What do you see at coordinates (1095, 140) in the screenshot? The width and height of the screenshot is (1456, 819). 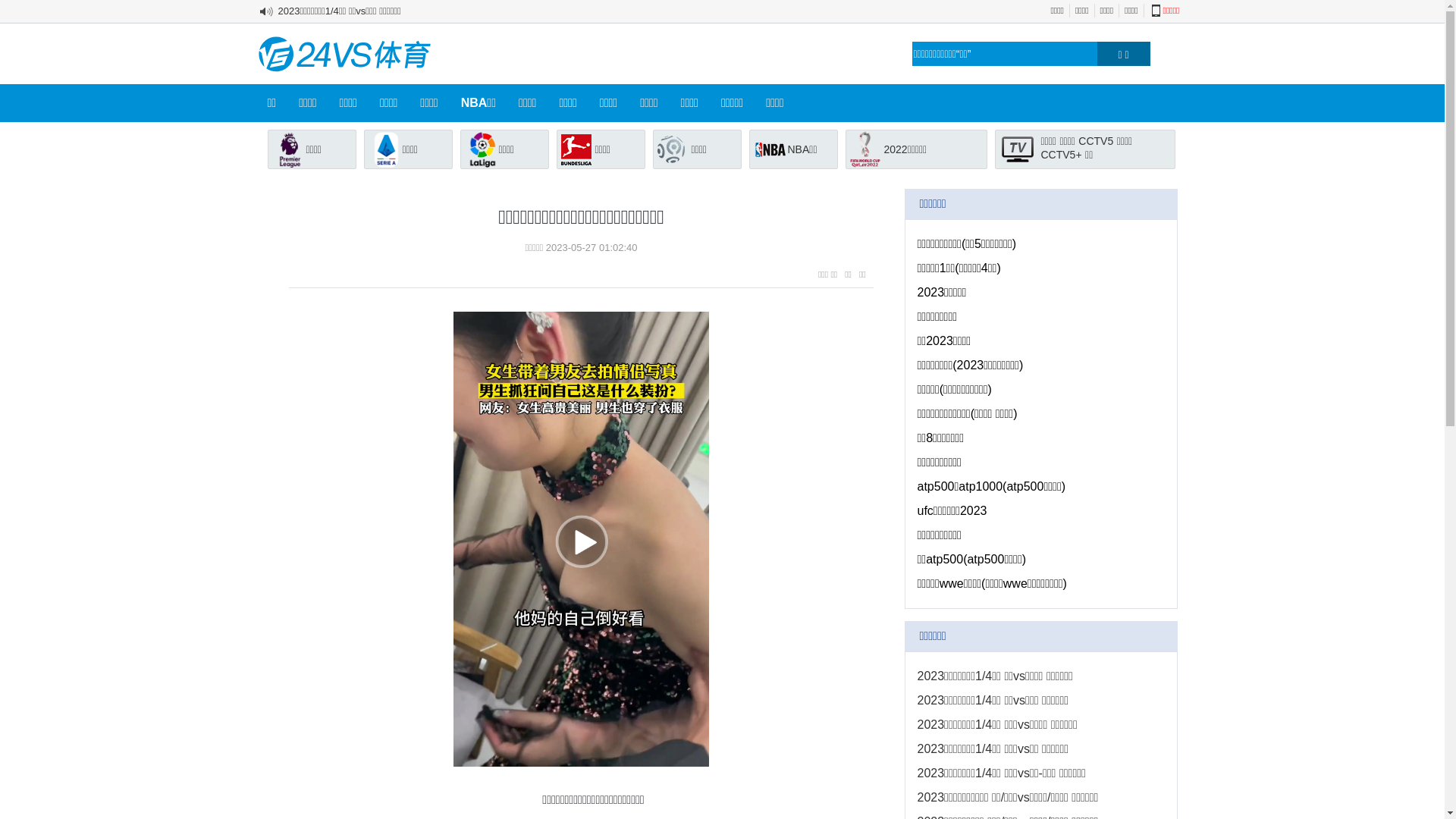 I see `'CCTV5'` at bounding box center [1095, 140].